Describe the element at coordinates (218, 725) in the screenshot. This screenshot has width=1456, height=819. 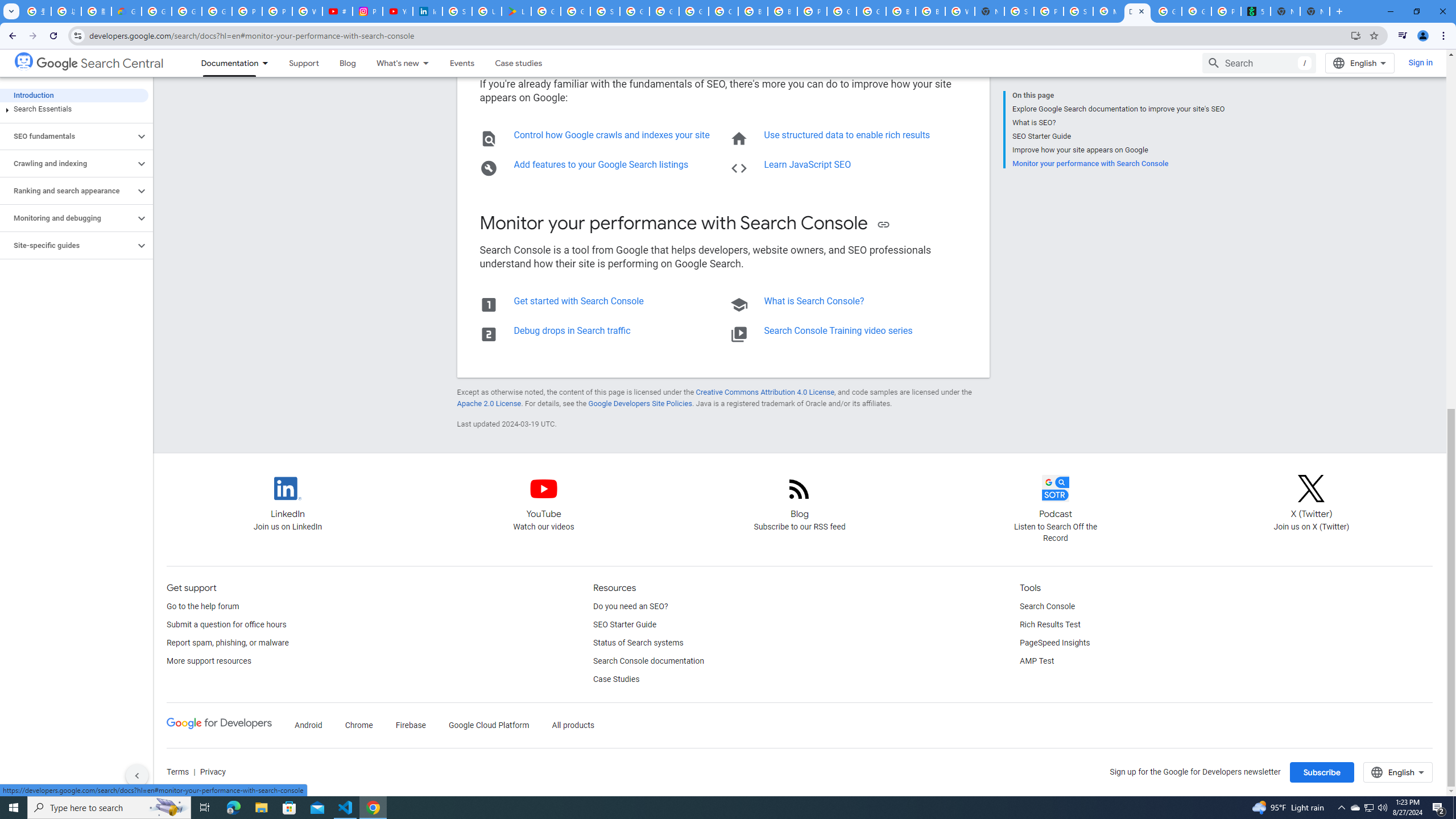
I see `'Google Developers'` at that location.